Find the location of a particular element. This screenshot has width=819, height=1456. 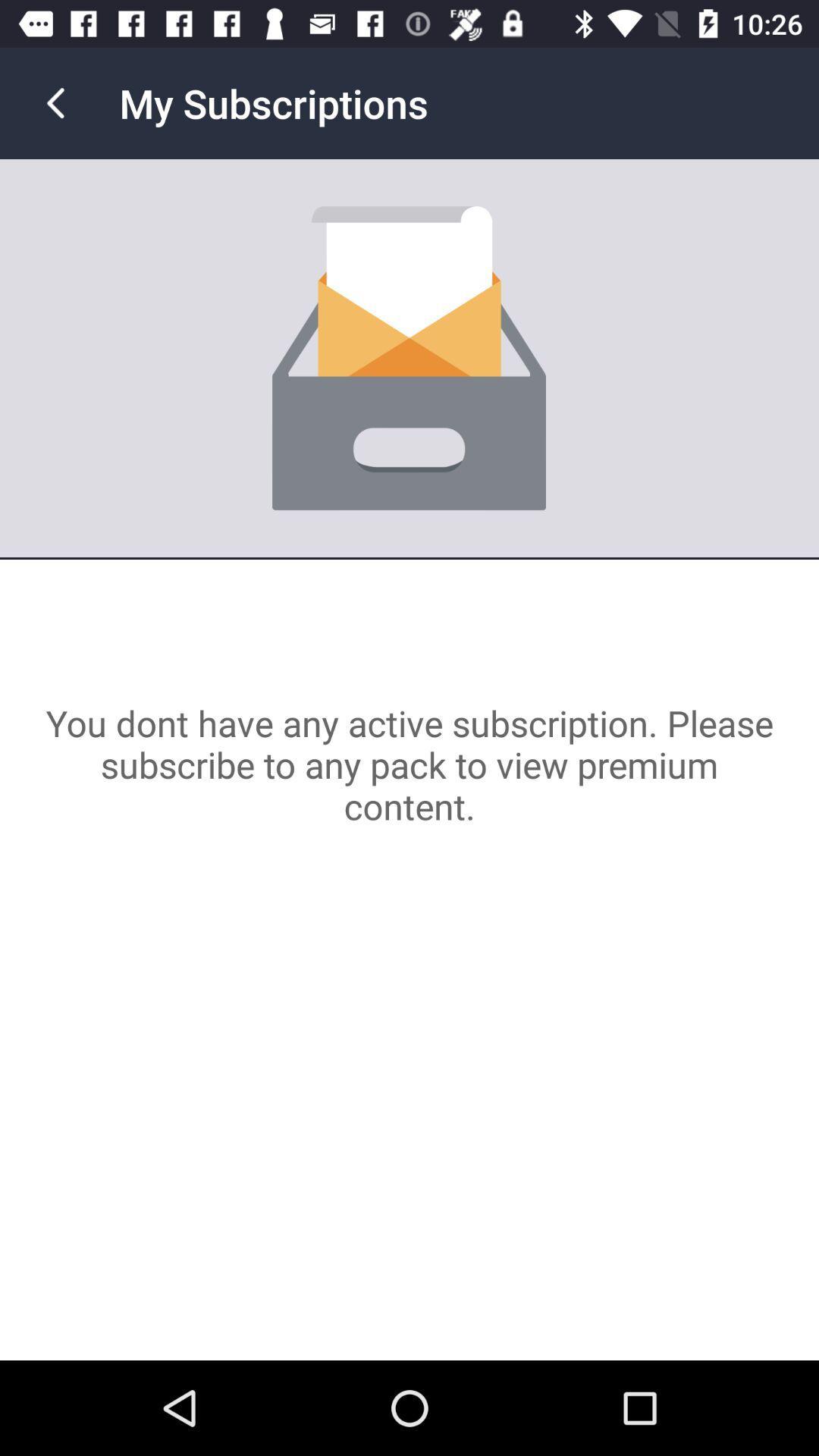

back page arrow is located at coordinates (55, 102).